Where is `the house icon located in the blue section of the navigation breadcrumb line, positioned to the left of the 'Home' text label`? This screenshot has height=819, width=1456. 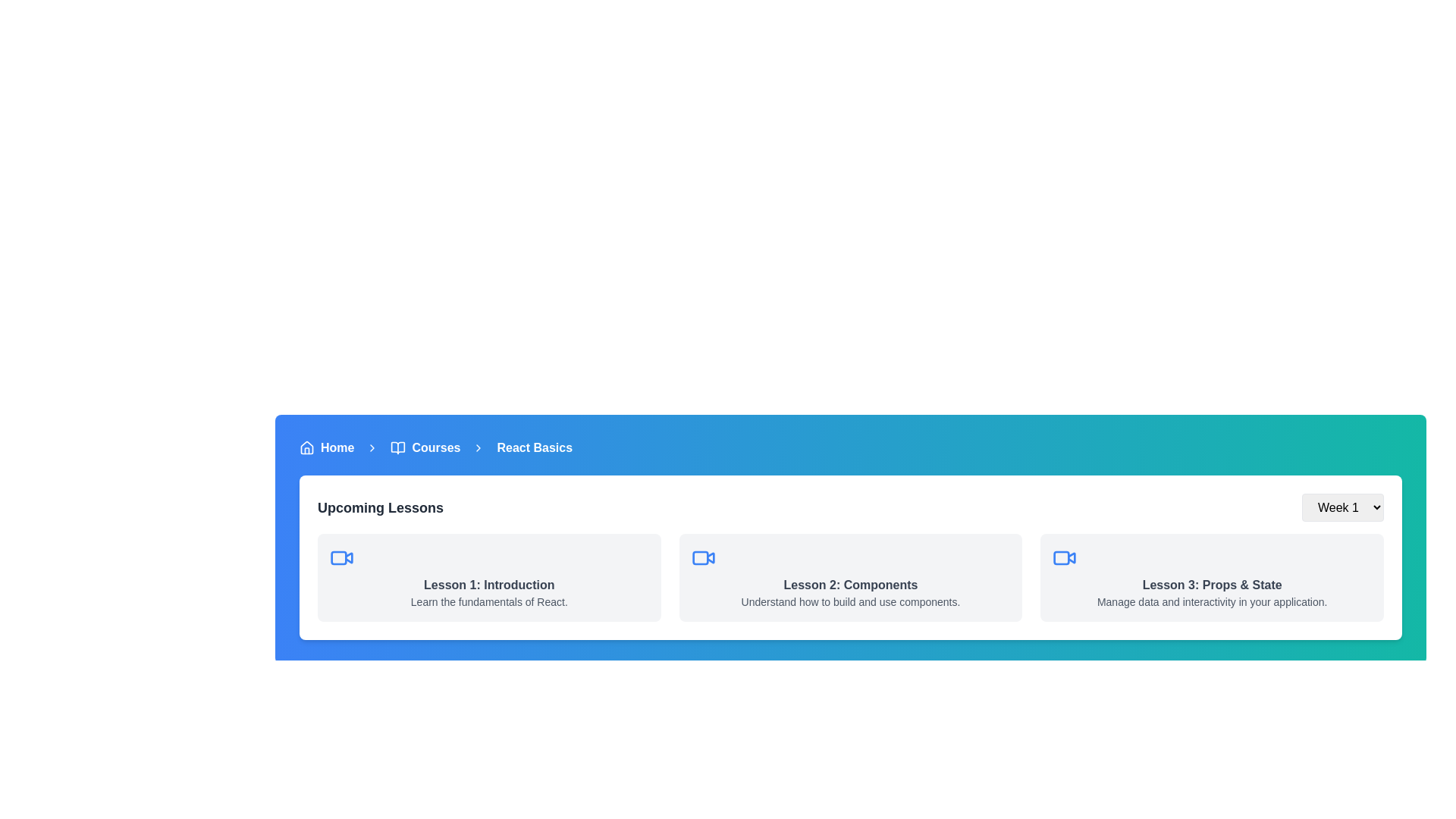 the house icon located in the blue section of the navigation breadcrumb line, positioned to the left of the 'Home' text label is located at coordinates (306, 447).